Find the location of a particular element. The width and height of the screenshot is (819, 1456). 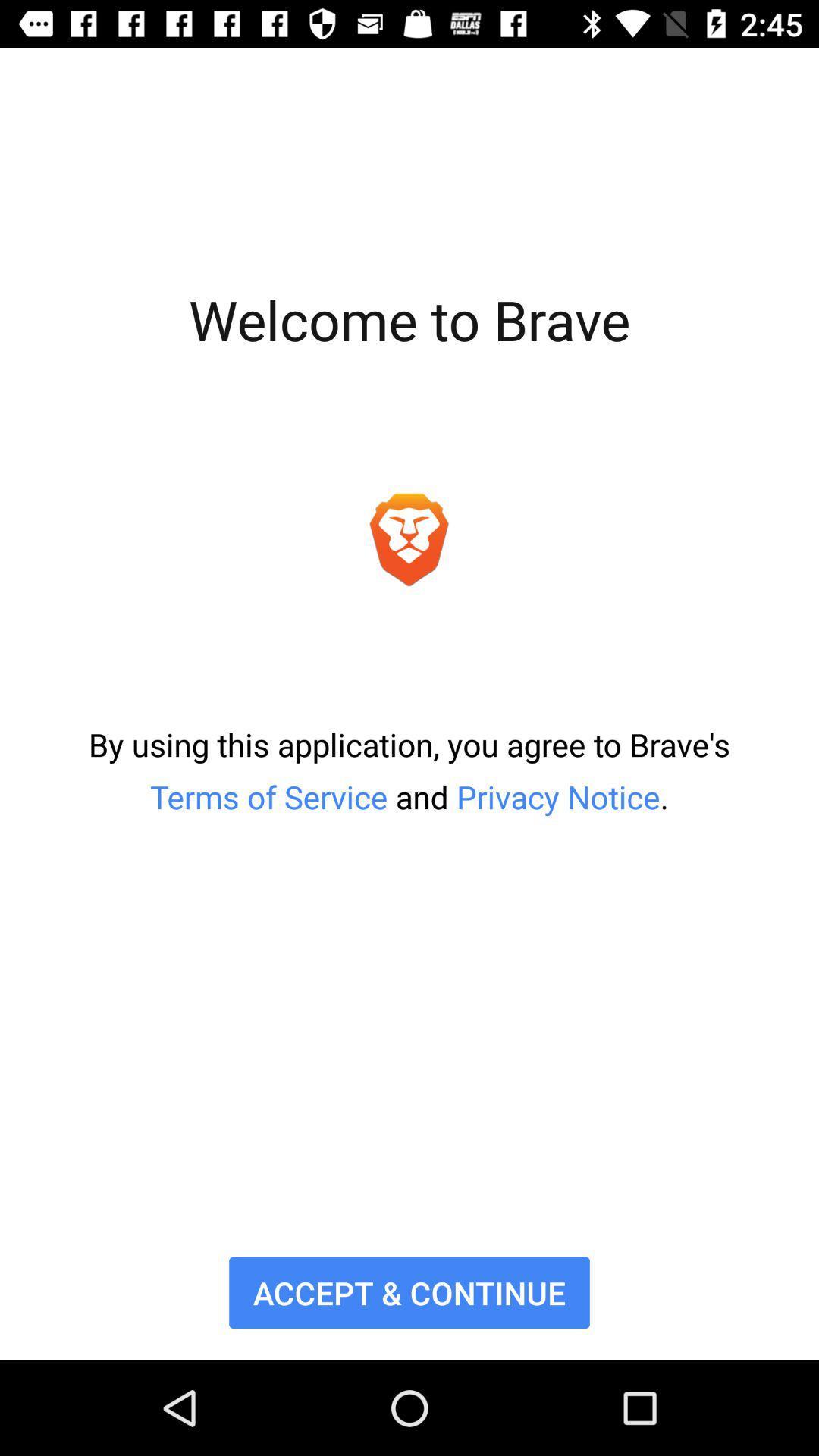

accept & continue item is located at coordinates (409, 1291).